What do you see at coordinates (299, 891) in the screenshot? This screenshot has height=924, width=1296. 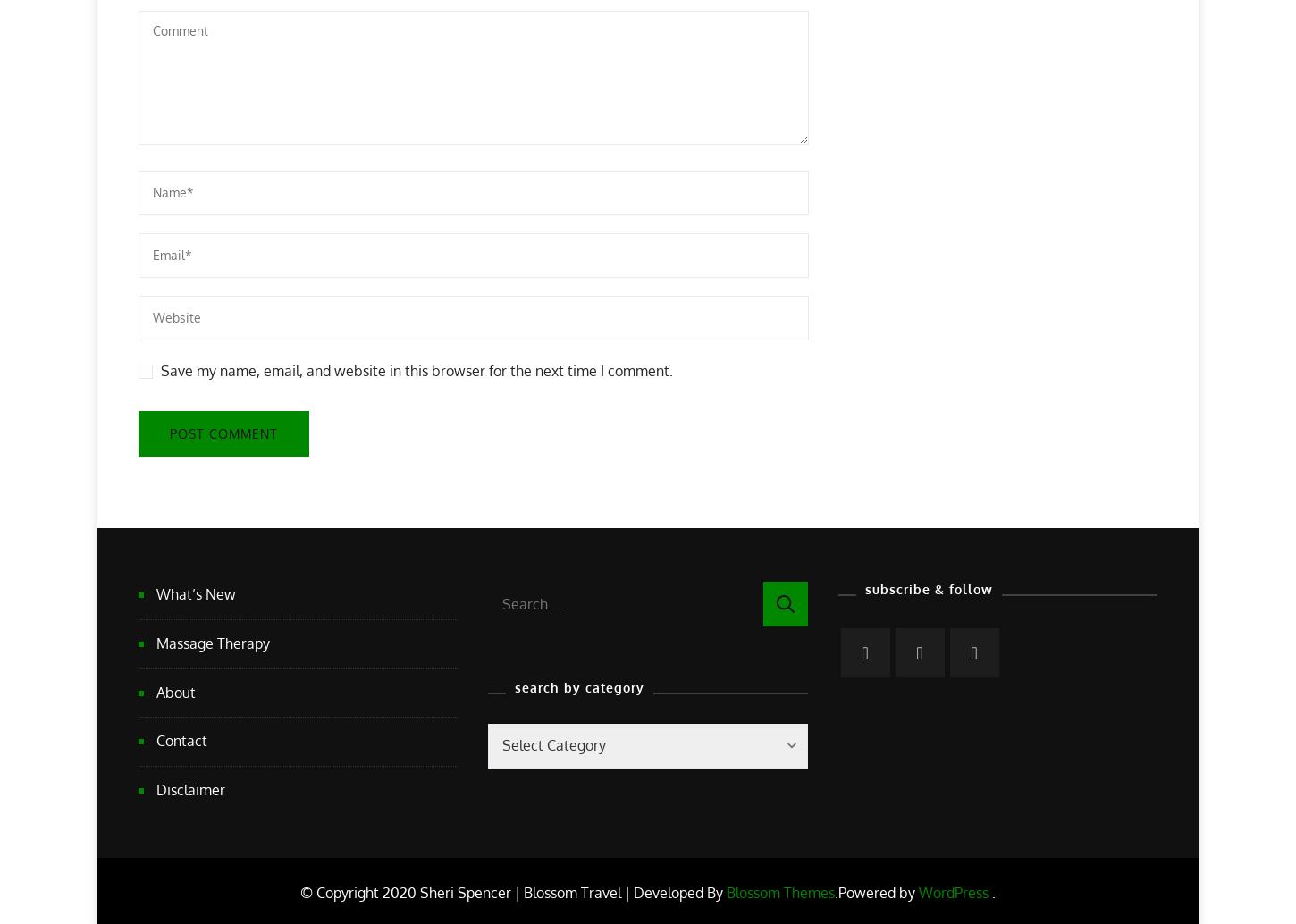 I see `'© Copyright 2020 Sheri Spencer |'` at bounding box center [299, 891].